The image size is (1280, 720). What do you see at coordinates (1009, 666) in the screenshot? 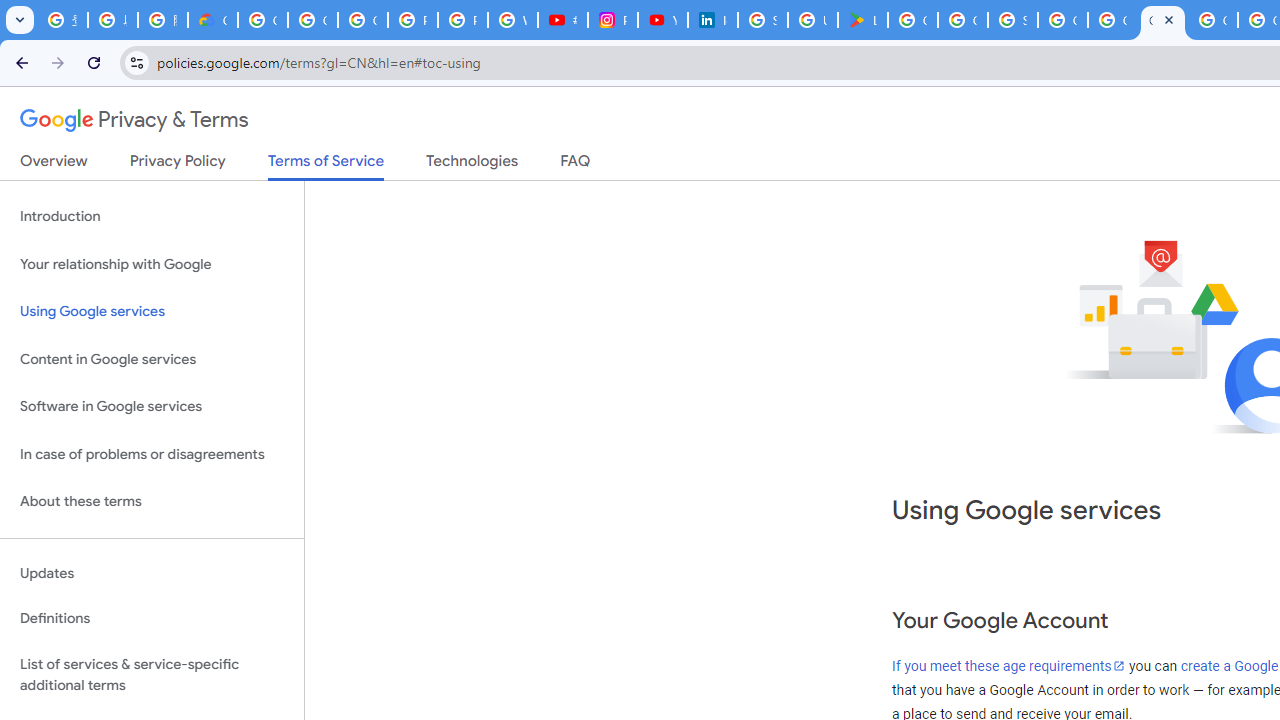
I see `'If you meet these age requirements'` at bounding box center [1009, 666].